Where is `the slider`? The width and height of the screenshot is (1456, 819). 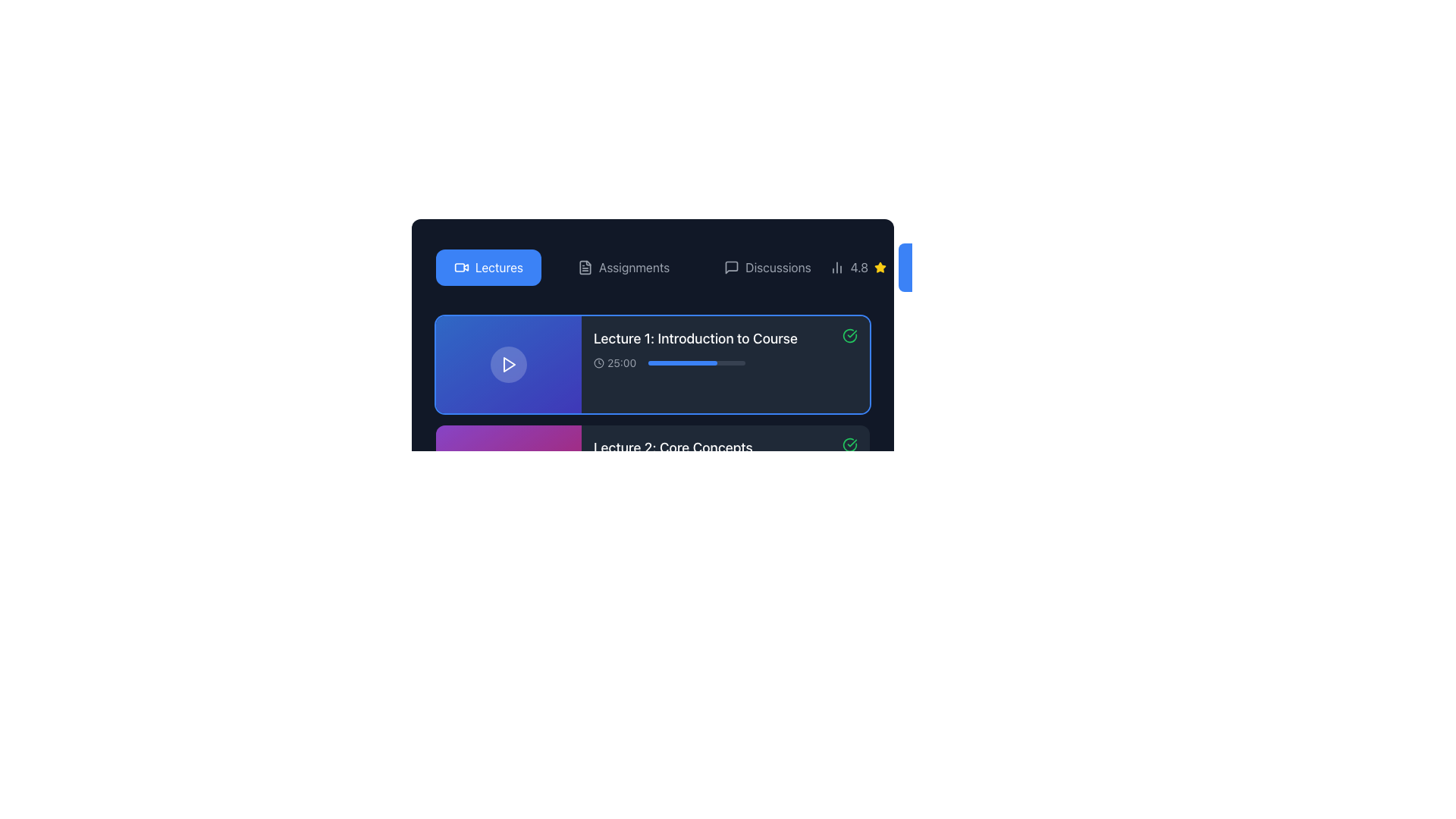
the slider is located at coordinates (738, 362).